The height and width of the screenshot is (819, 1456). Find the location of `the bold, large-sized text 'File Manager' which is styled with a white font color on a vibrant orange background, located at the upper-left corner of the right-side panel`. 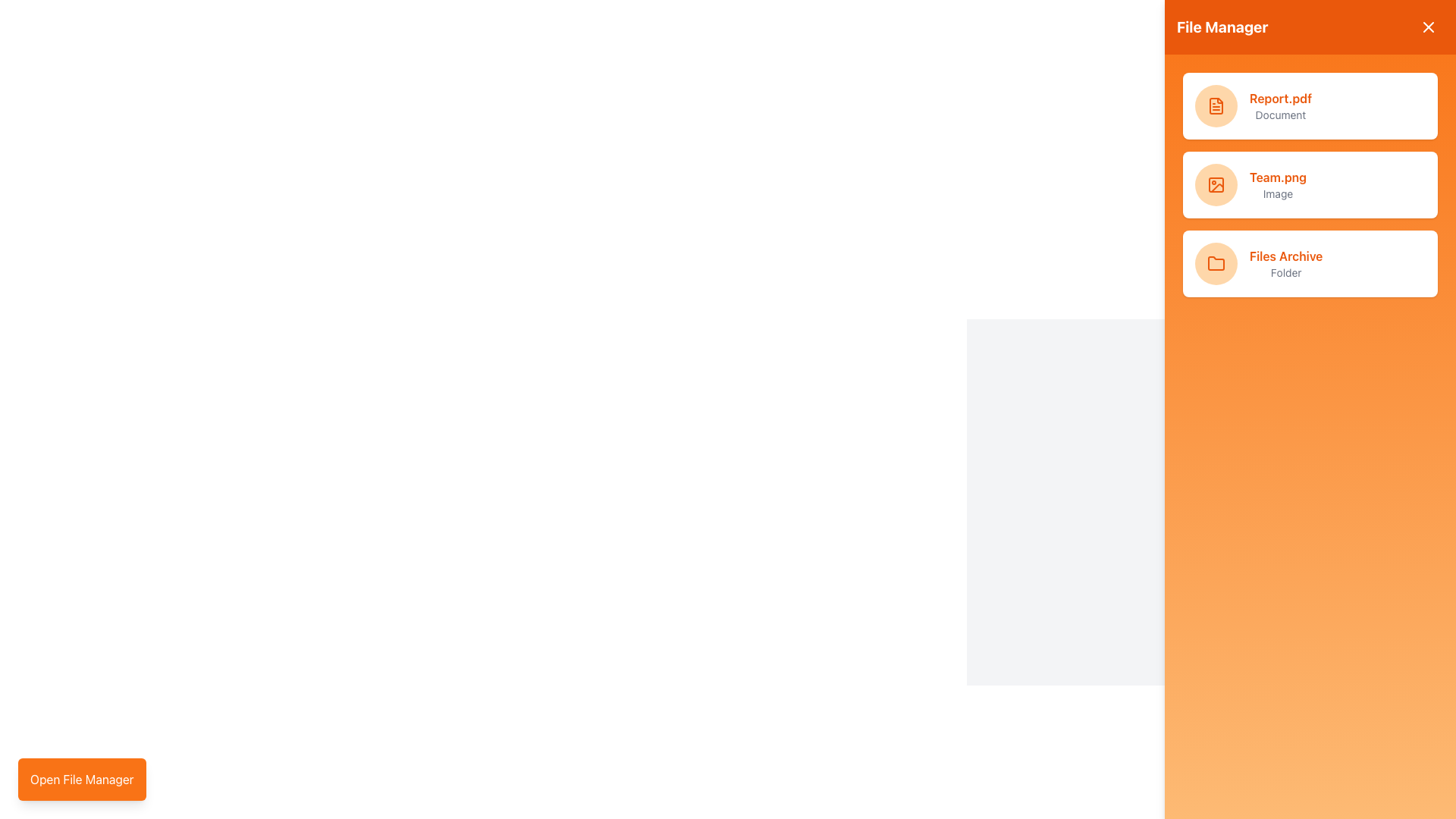

the bold, large-sized text 'File Manager' which is styled with a white font color on a vibrant orange background, located at the upper-left corner of the right-side panel is located at coordinates (1222, 27).